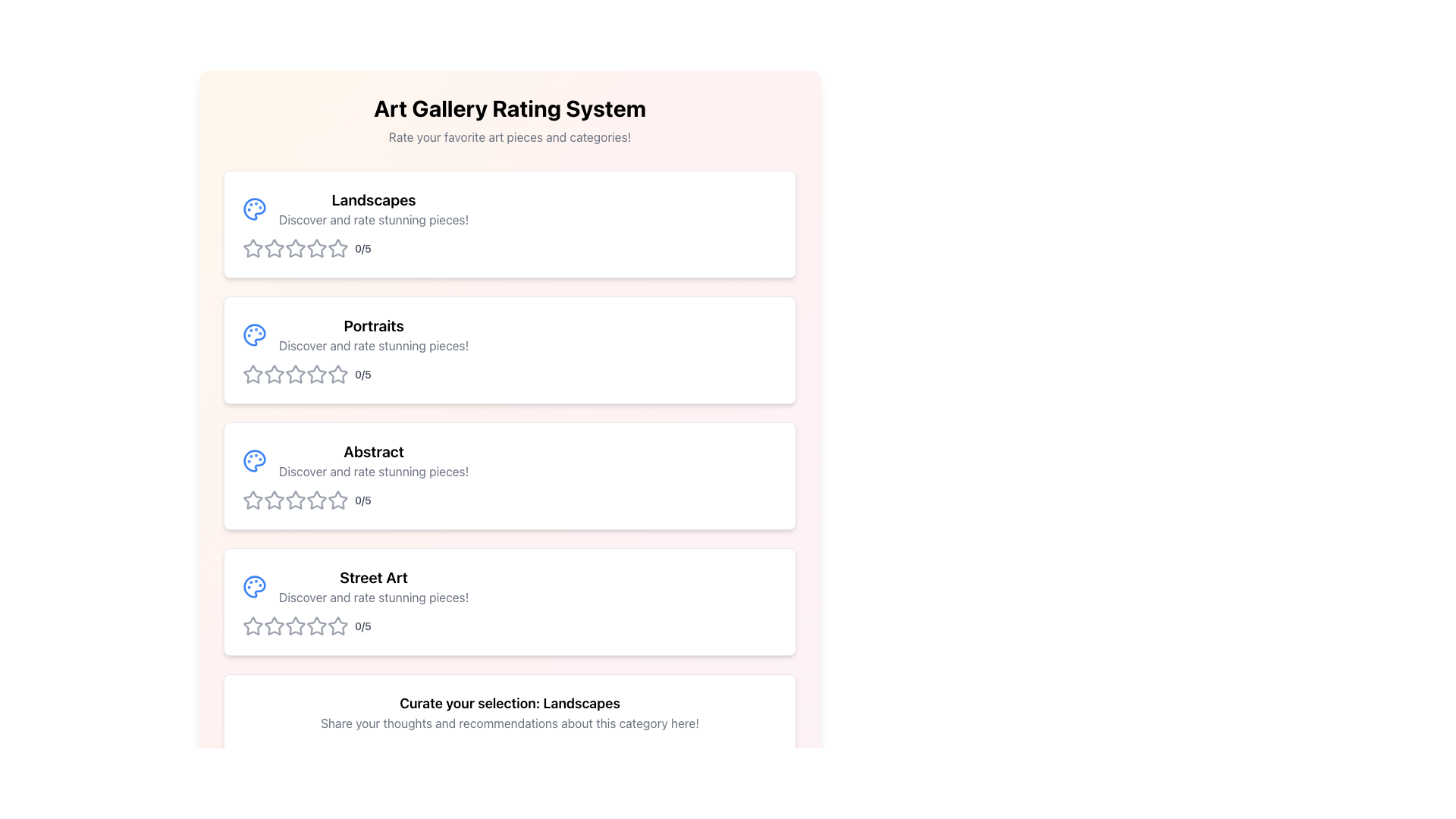 The height and width of the screenshot is (819, 1456). What do you see at coordinates (274, 247) in the screenshot?
I see `the third star icon in the Landscapes rating section` at bounding box center [274, 247].